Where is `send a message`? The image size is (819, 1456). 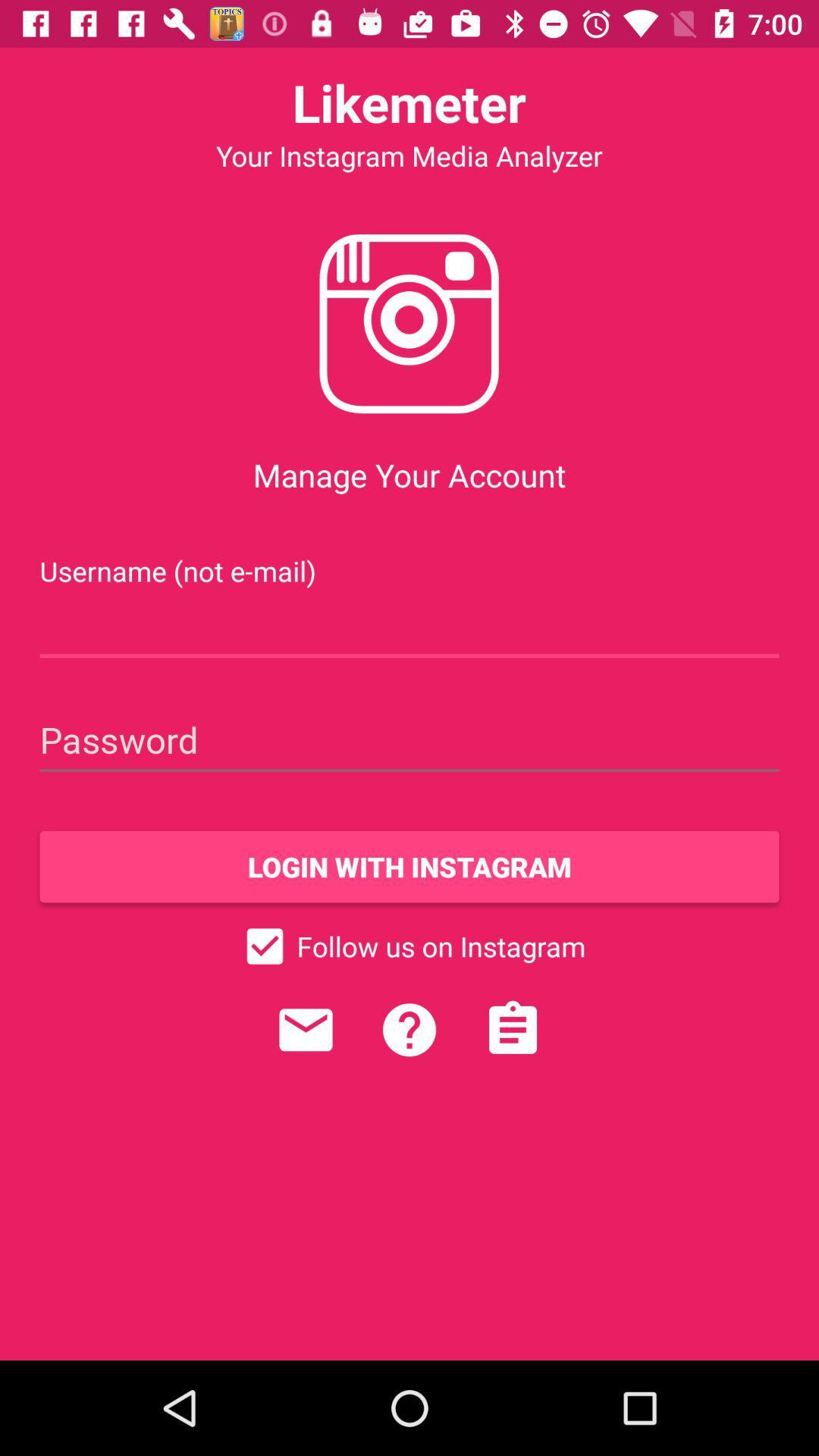
send a message is located at coordinates (306, 1030).